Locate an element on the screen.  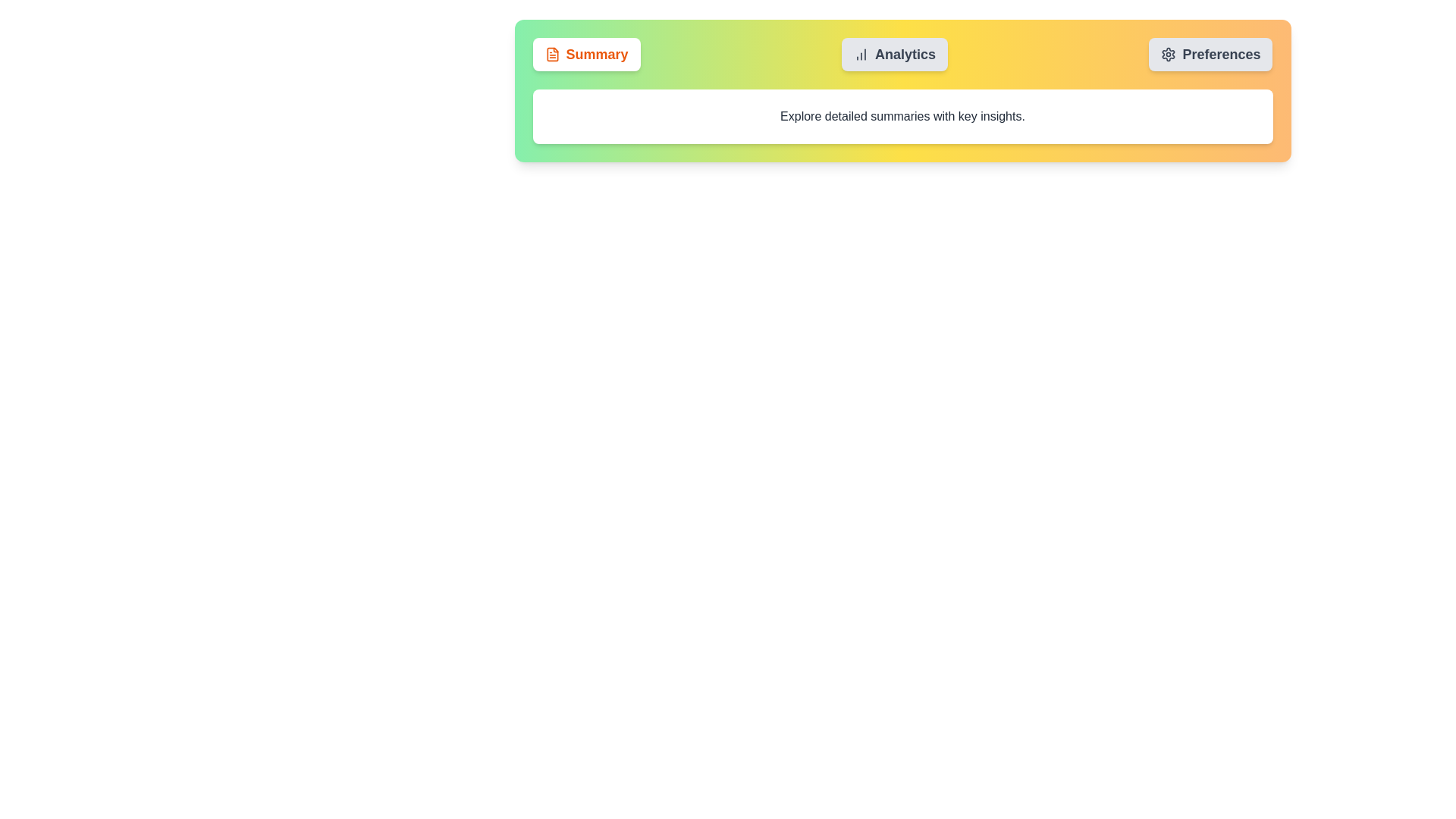
the 'Preferences' text inside the button with a light gray background is located at coordinates (1221, 54).